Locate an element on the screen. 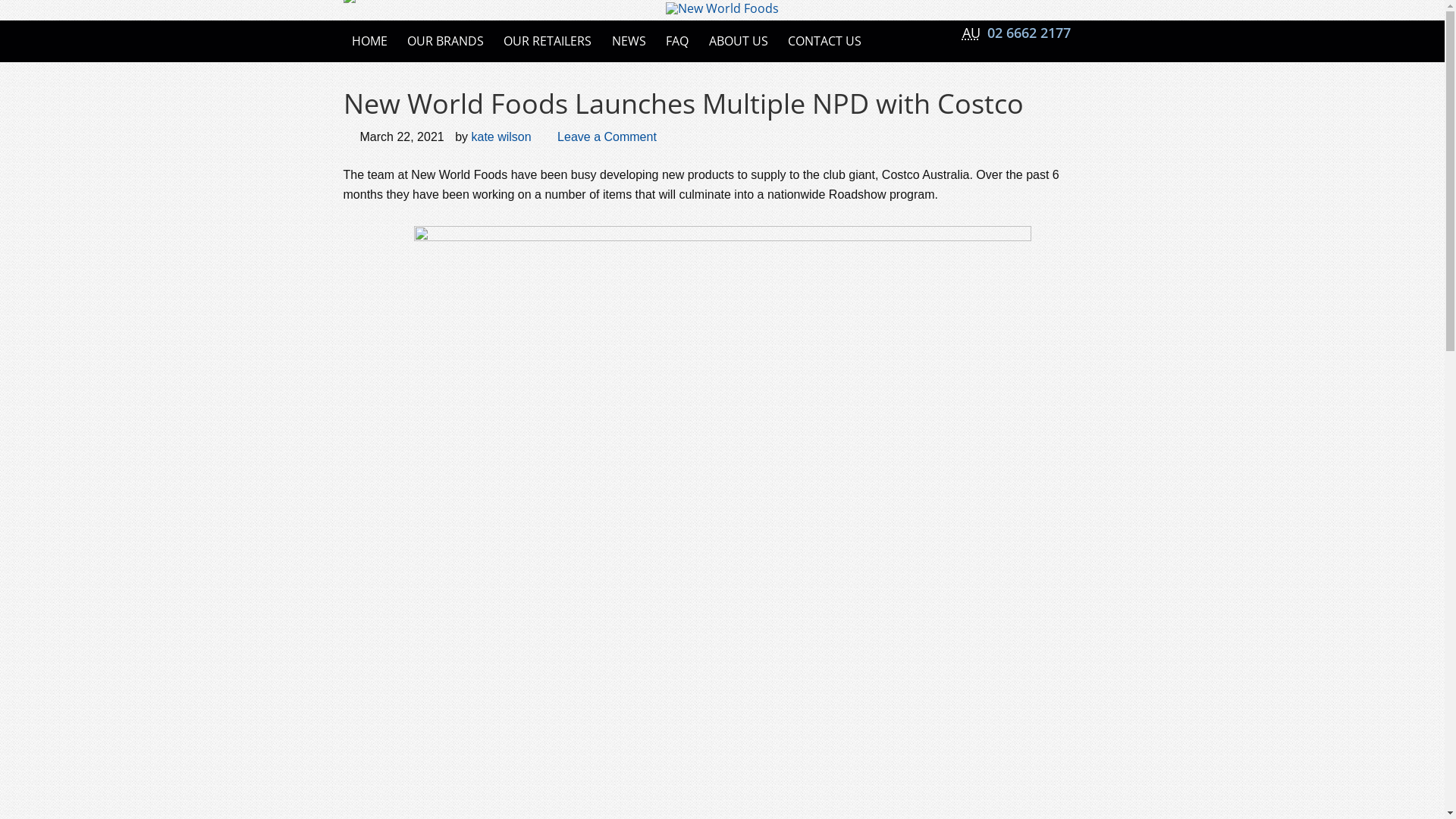 The width and height of the screenshot is (1456, 819). 'Leave a Comment' is located at coordinates (607, 136).